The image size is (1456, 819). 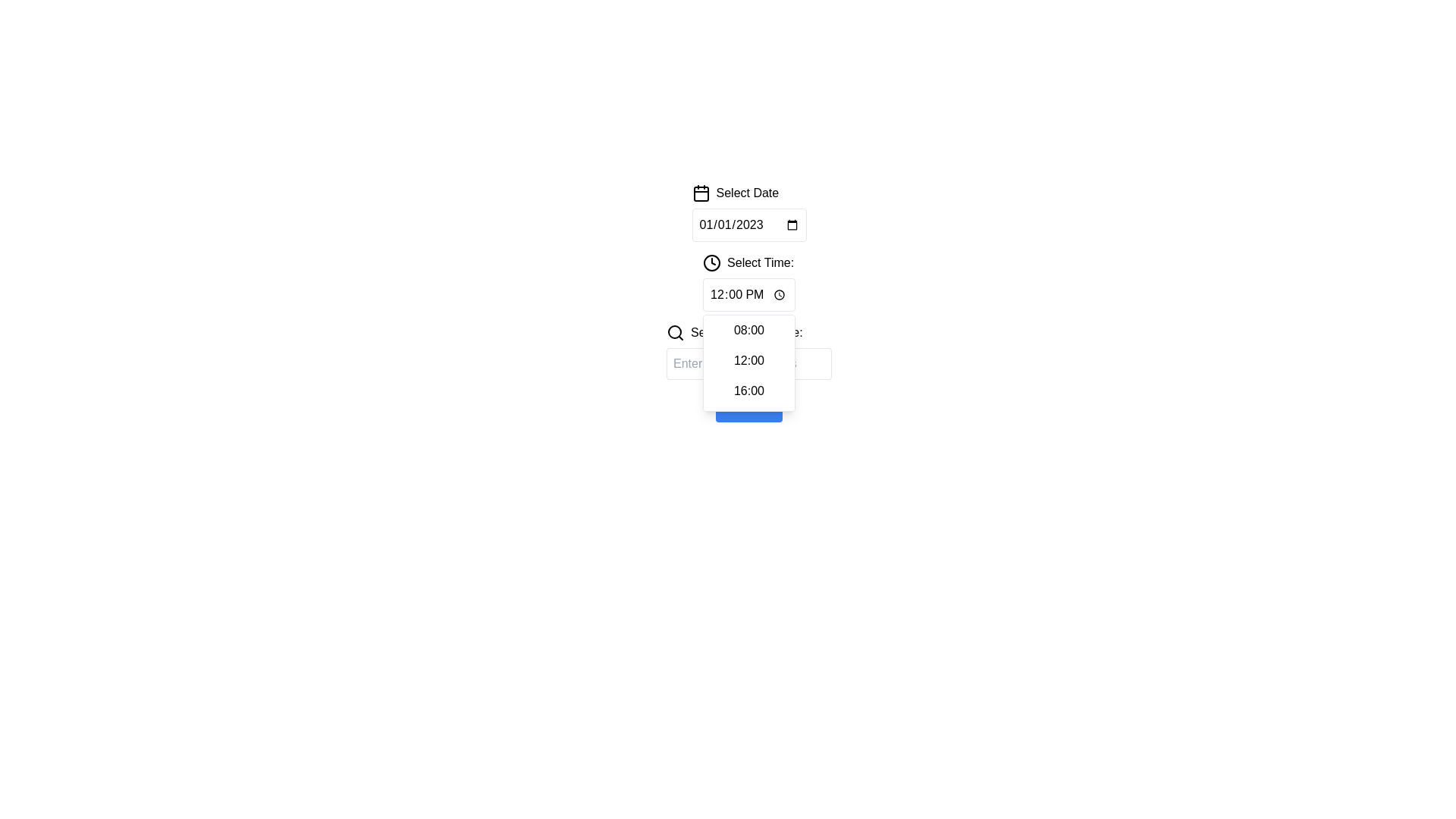 What do you see at coordinates (749, 303) in the screenshot?
I see `the dropdown menu options` at bounding box center [749, 303].